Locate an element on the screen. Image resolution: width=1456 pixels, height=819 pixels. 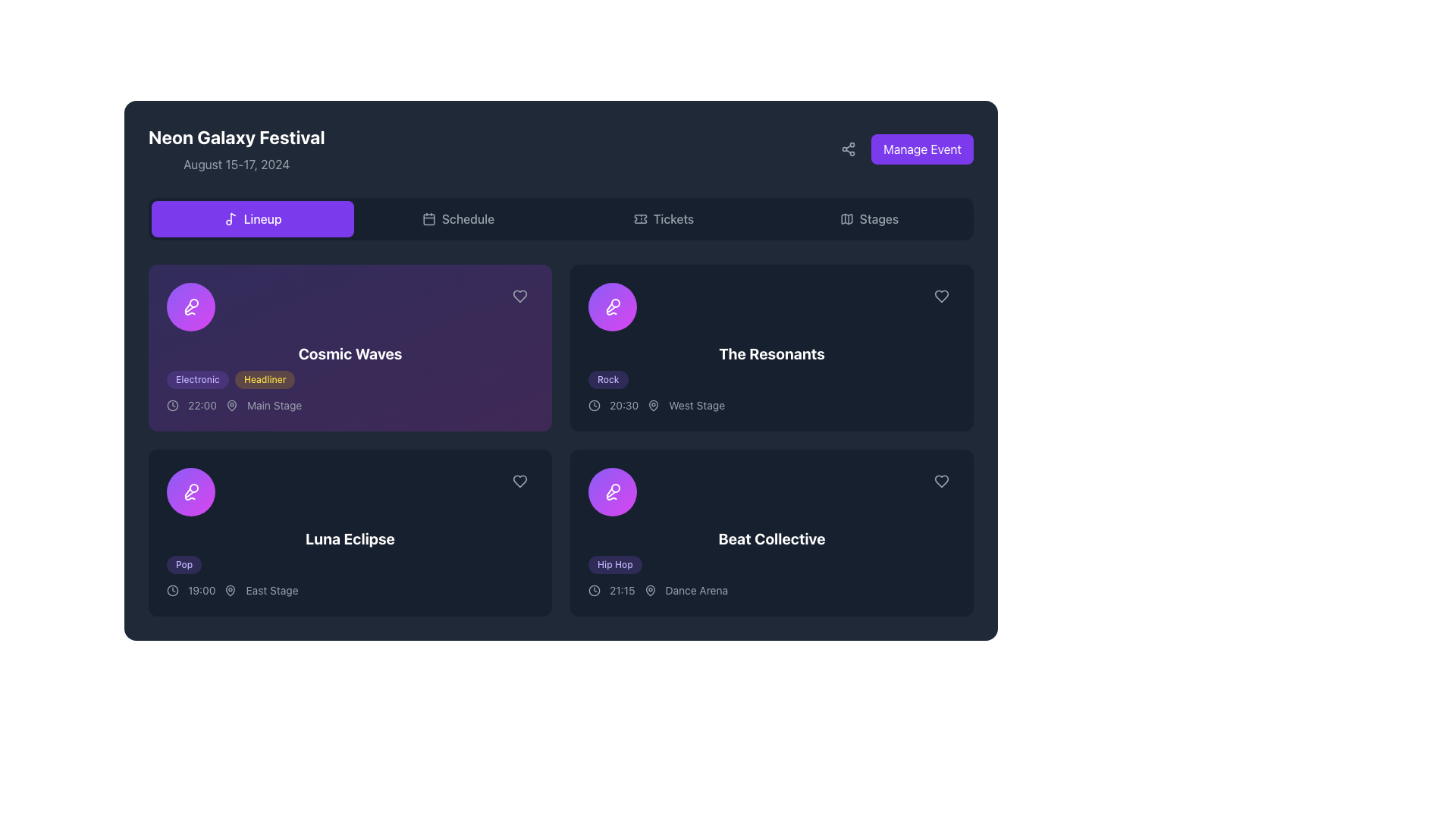
the management button located at the top-right corner of the interface is located at coordinates (921, 149).